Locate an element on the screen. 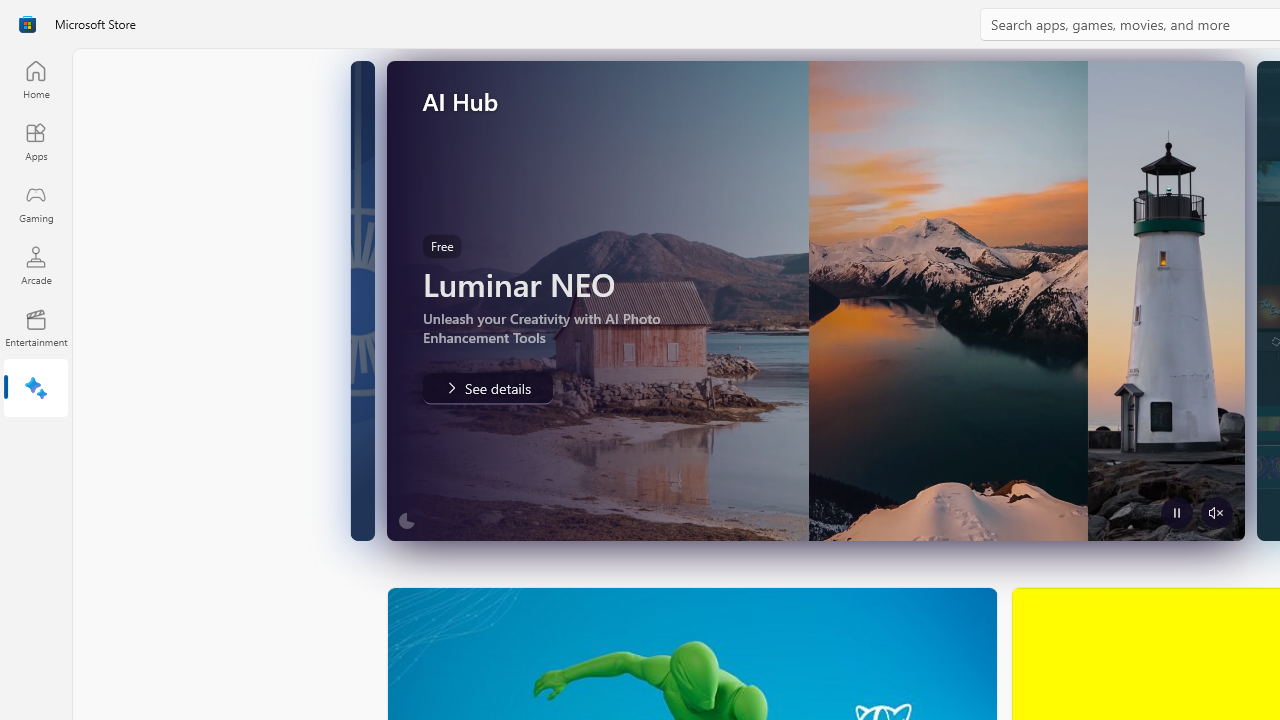 The image size is (1280, 720). 'Gaming' is located at coordinates (35, 203).